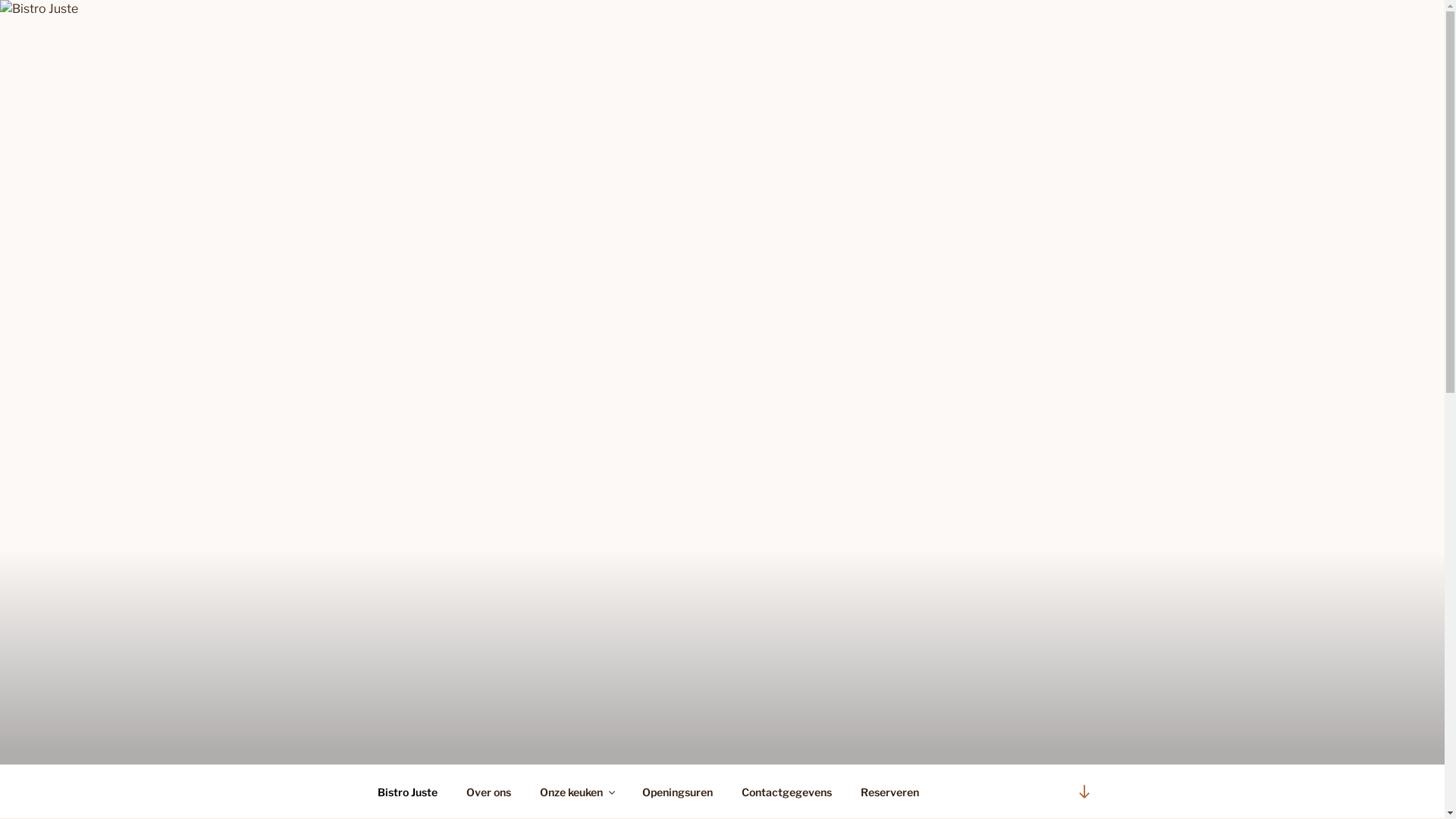 The height and width of the screenshot is (819, 1456). I want to click on 'Reserveren', so click(847, 791).